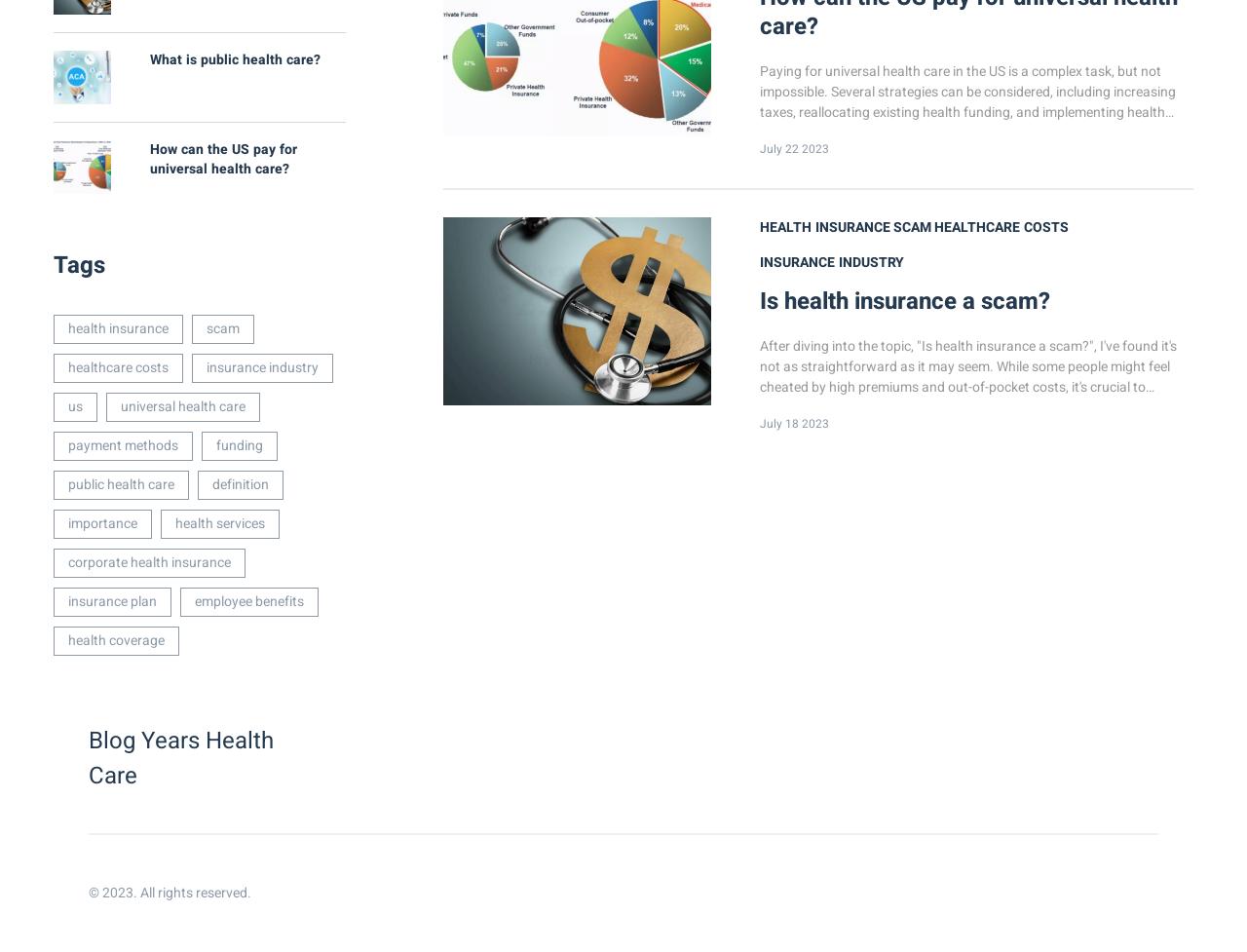 This screenshot has height=952, width=1247. Describe the element at coordinates (794, 148) in the screenshot. I see `'July 22 2023'` at that location.